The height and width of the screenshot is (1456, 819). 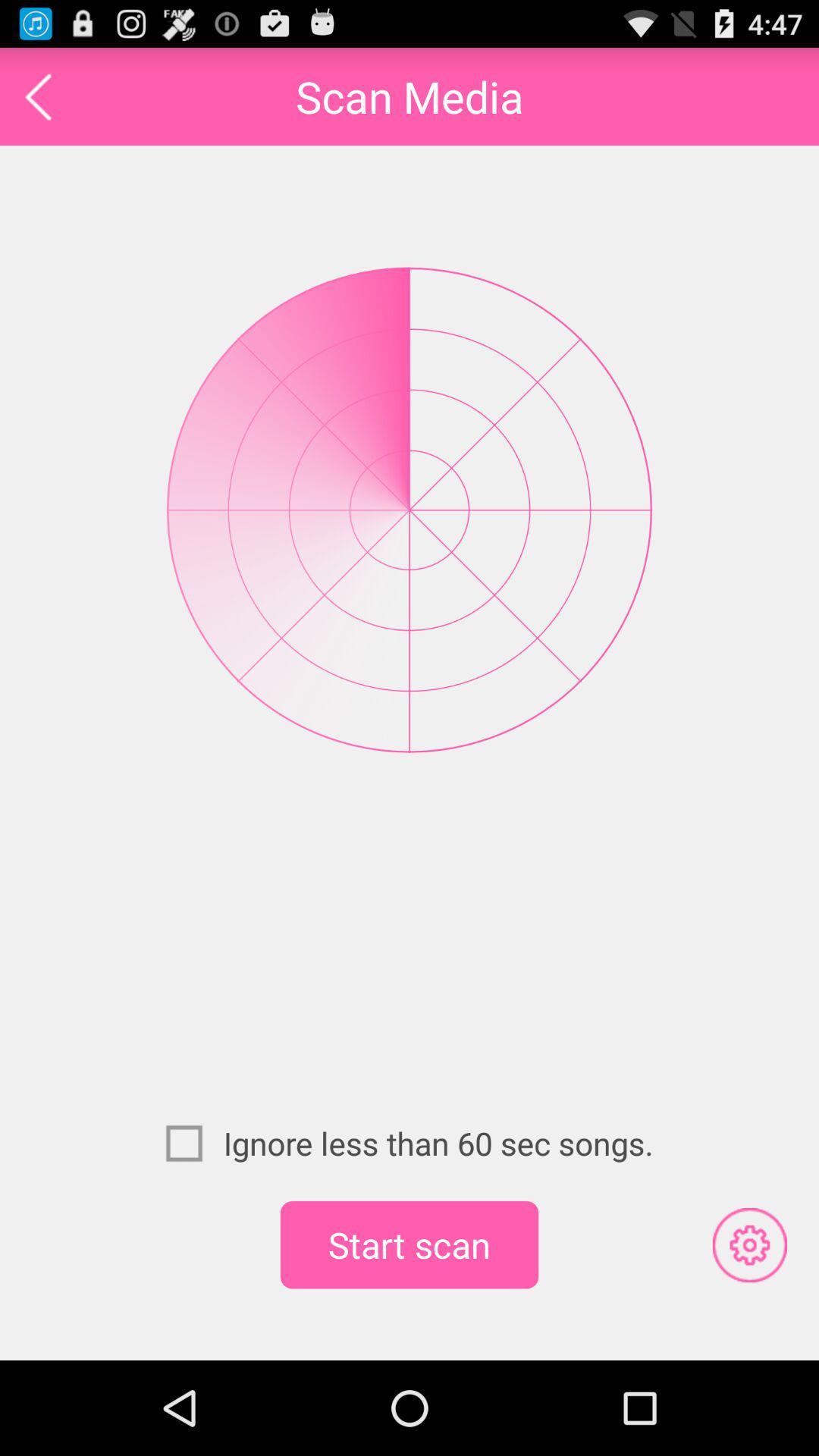 What do you see at coordinates (748, 1244) in the screenshot?
I see `icon at the bottom right corner` at bounding box center [748, 1244].